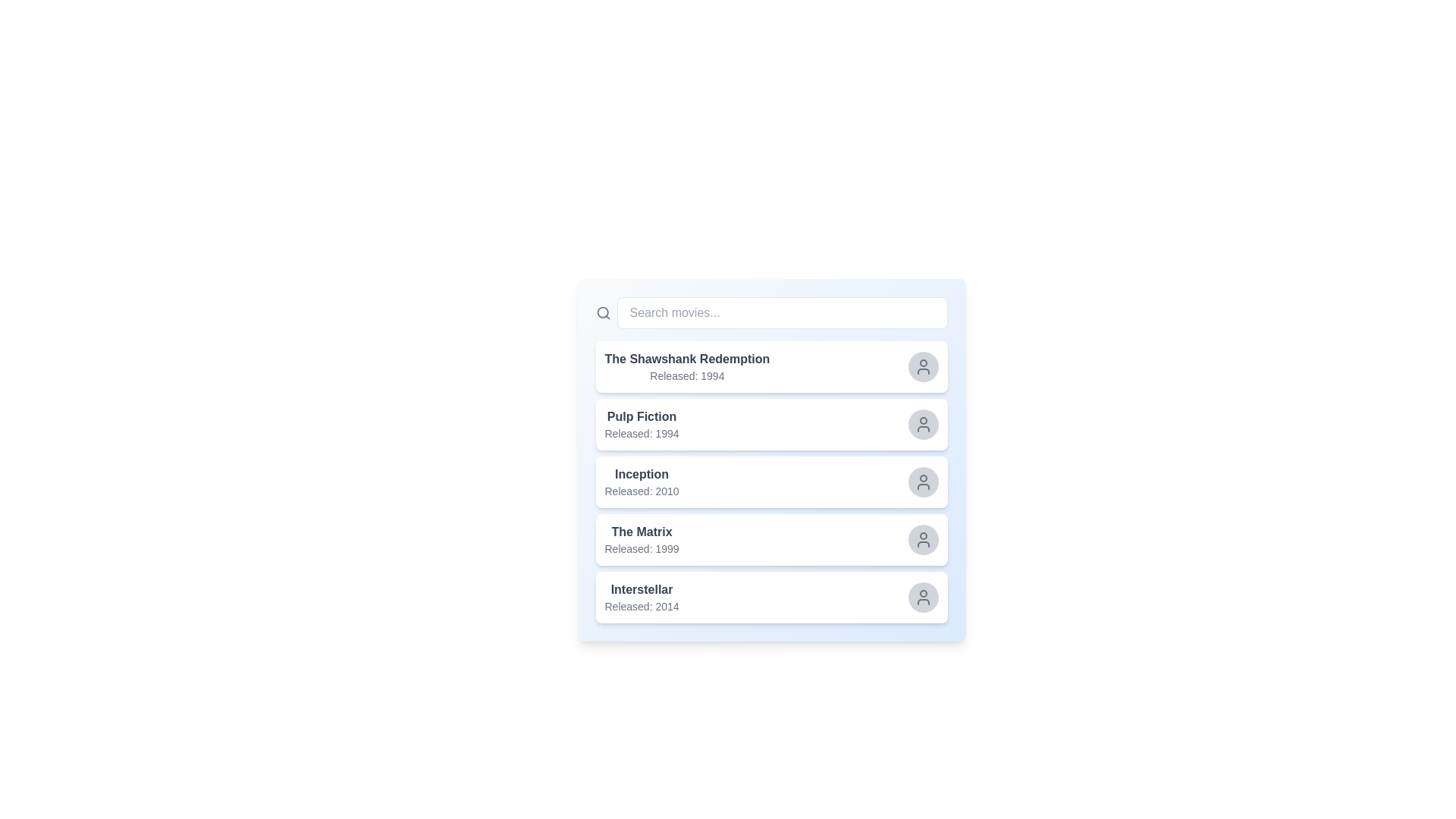 This screenshot has width=1456, height=819. What do you see at coordinates (771, 424) in the screenshot?
I see `the 'Pulp Fiction' interactive display card, which features a white background, rounded corners, and contains the title 'Pulp Fiction' in bold above 'Released: 1994'` at bounding box center [771, 424].